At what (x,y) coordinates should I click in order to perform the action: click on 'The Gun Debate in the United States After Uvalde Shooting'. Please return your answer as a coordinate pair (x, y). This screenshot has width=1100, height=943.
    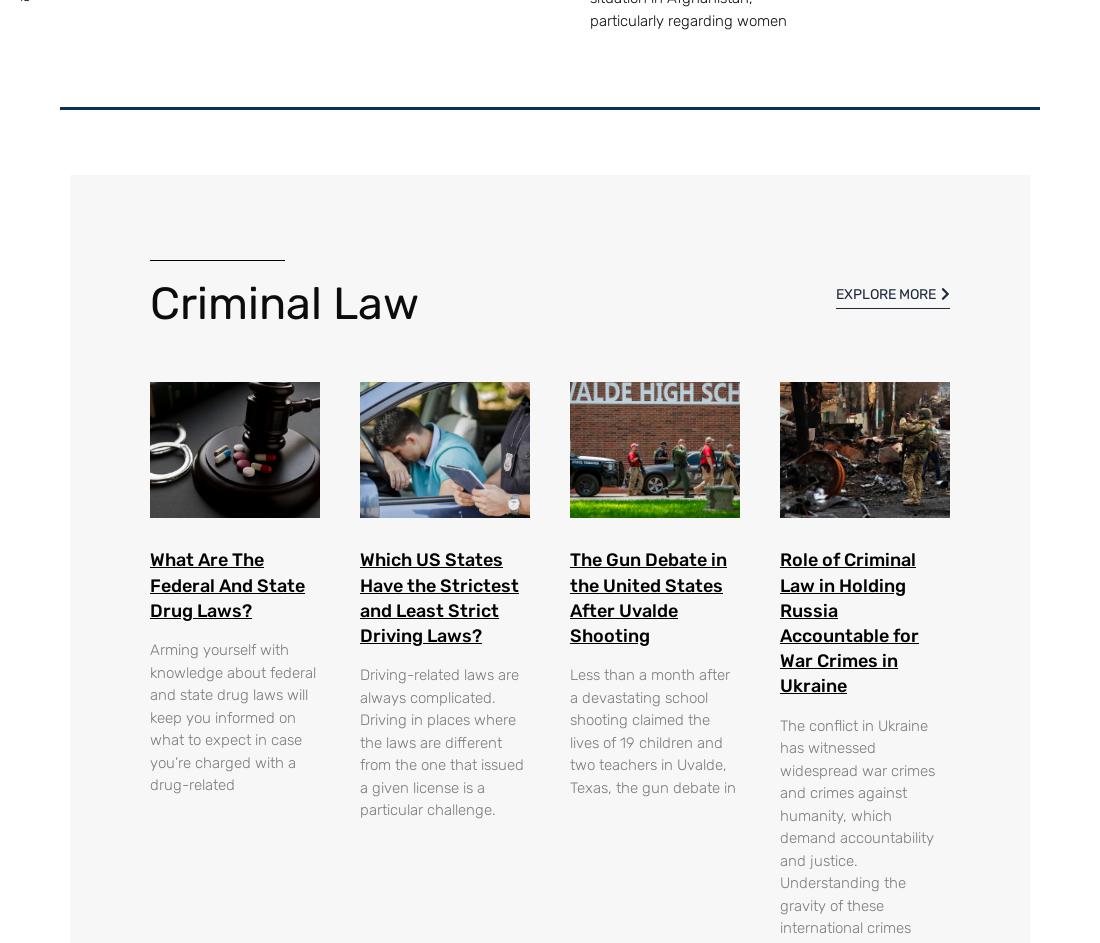
    Looking at the image, I should click on (648, 596).